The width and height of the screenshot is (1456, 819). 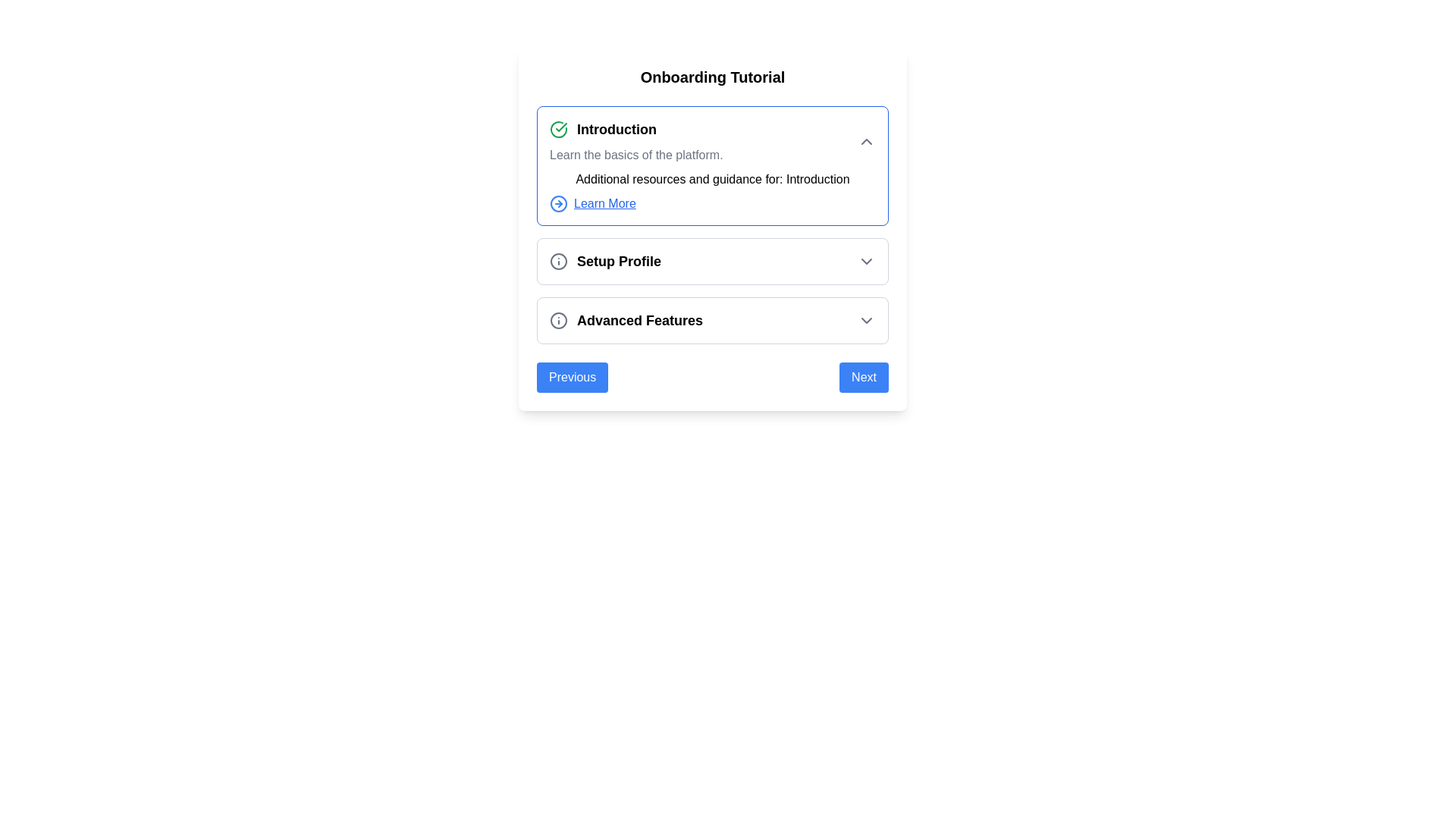 What do you see at coordinates (636, 155) in the screenshot?
I see `the static text label providing context for the 'Introduction' section, which is positioned beneath the bolded header and above the 'Learn More' link` at bounding box center [636, 155].